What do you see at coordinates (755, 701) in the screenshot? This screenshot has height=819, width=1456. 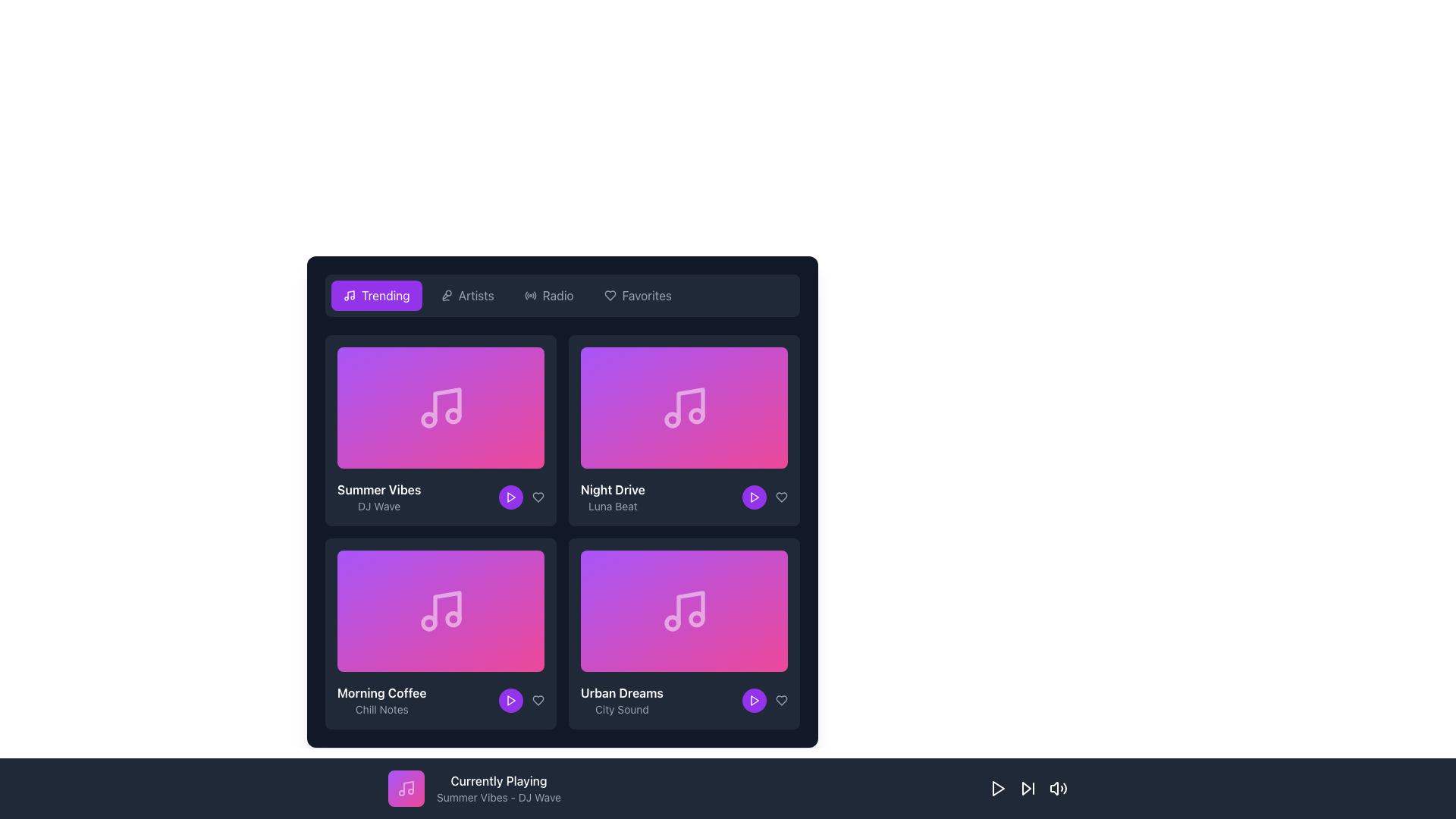 I see `the play button located at the bottom right corner of the 'Urban Dreams' tile` at bounding box center [755, 701].